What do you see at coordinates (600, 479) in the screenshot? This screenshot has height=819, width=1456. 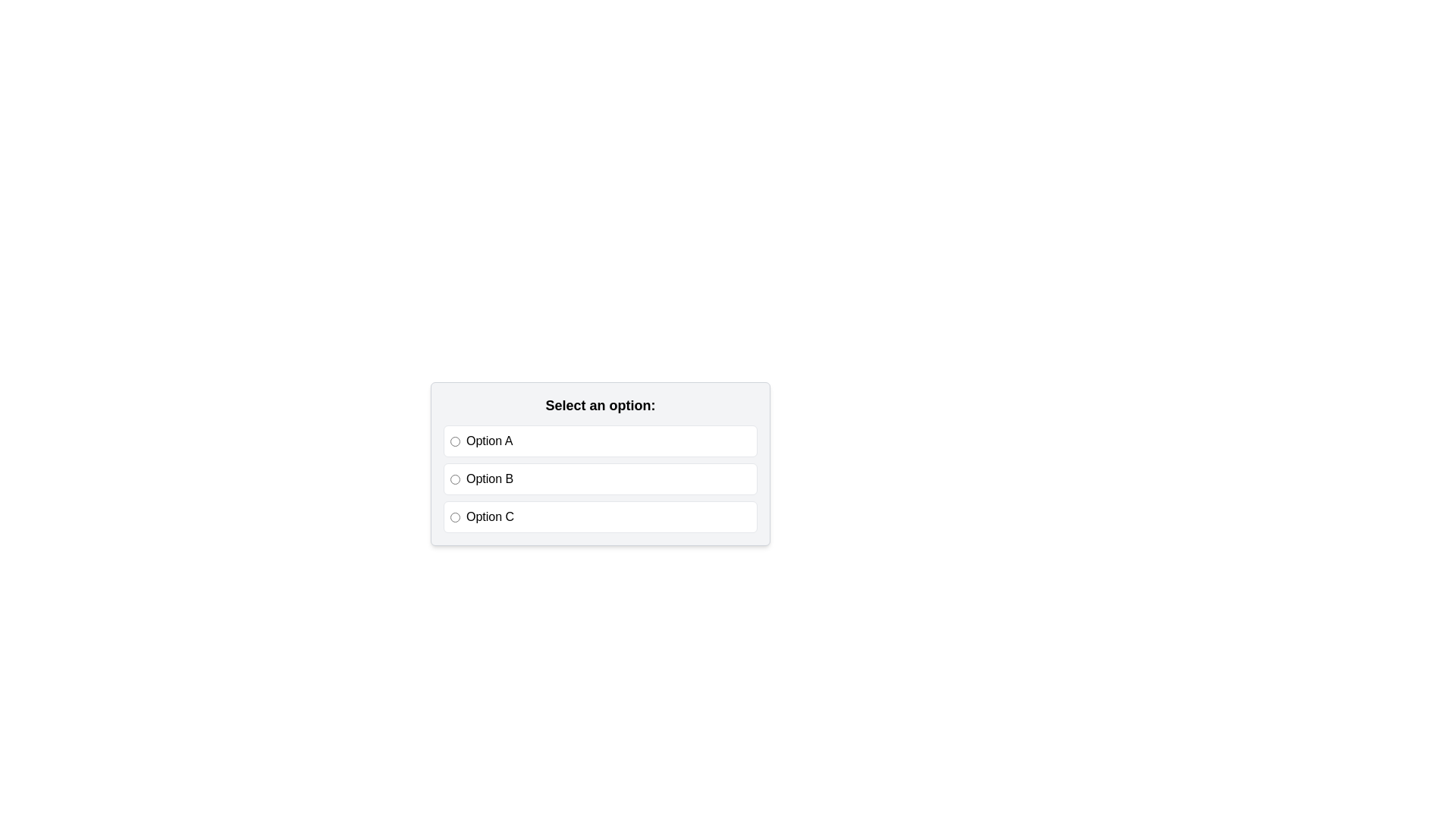 I see `the 'Option B' radio button element located in the center of the vertically stacked list of options to navigate through keyboard` at bounding box center [600, 479].